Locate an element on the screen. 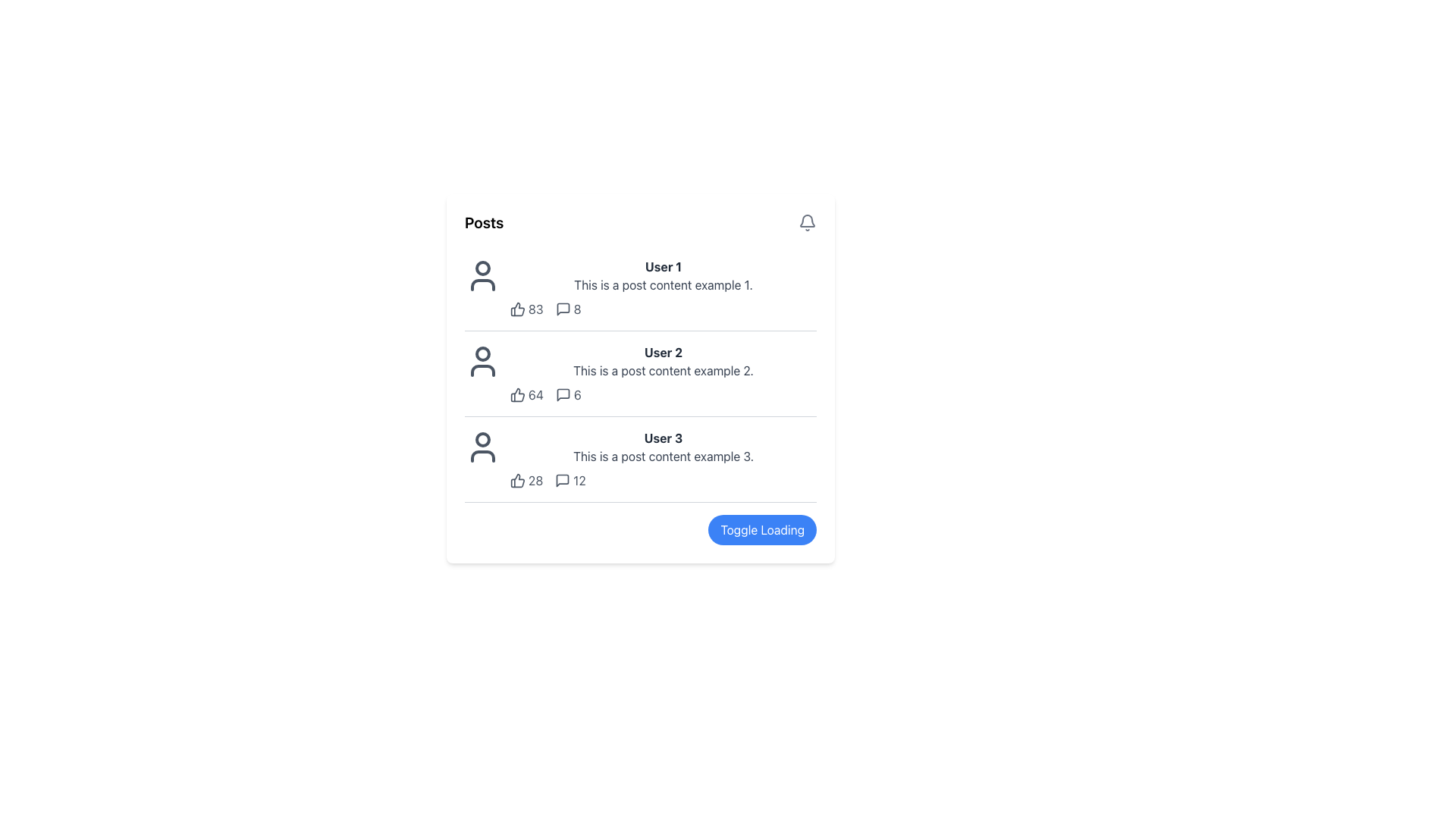 The height and width of the screenshot is (819, 1456). the non-interactive header indicating the 'Posts' section located in the upper-left of the horizontal bar is located at coordinates (483, 222).